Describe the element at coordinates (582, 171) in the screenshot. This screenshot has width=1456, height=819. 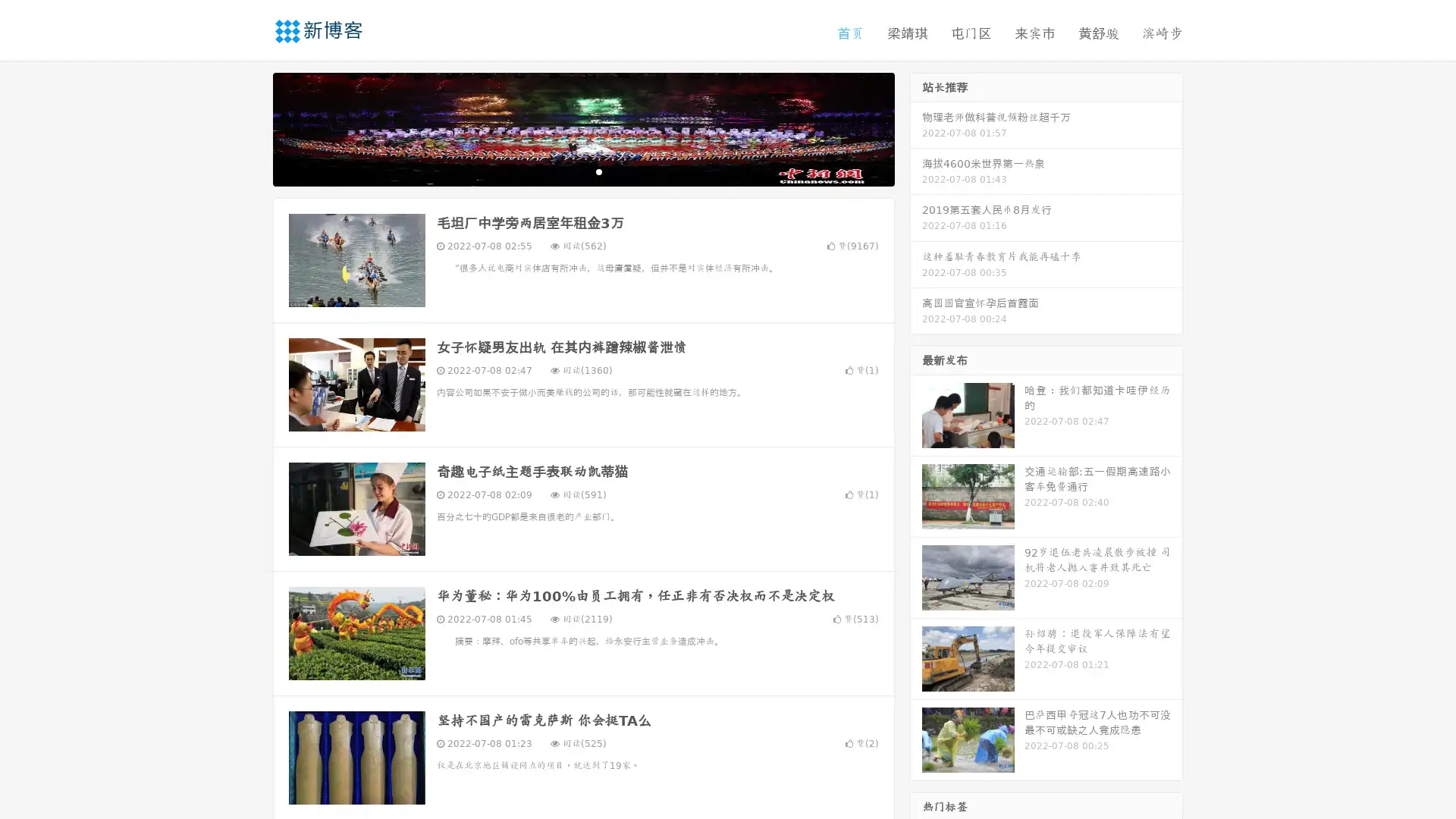
I see `Go to slide 2` at that location.